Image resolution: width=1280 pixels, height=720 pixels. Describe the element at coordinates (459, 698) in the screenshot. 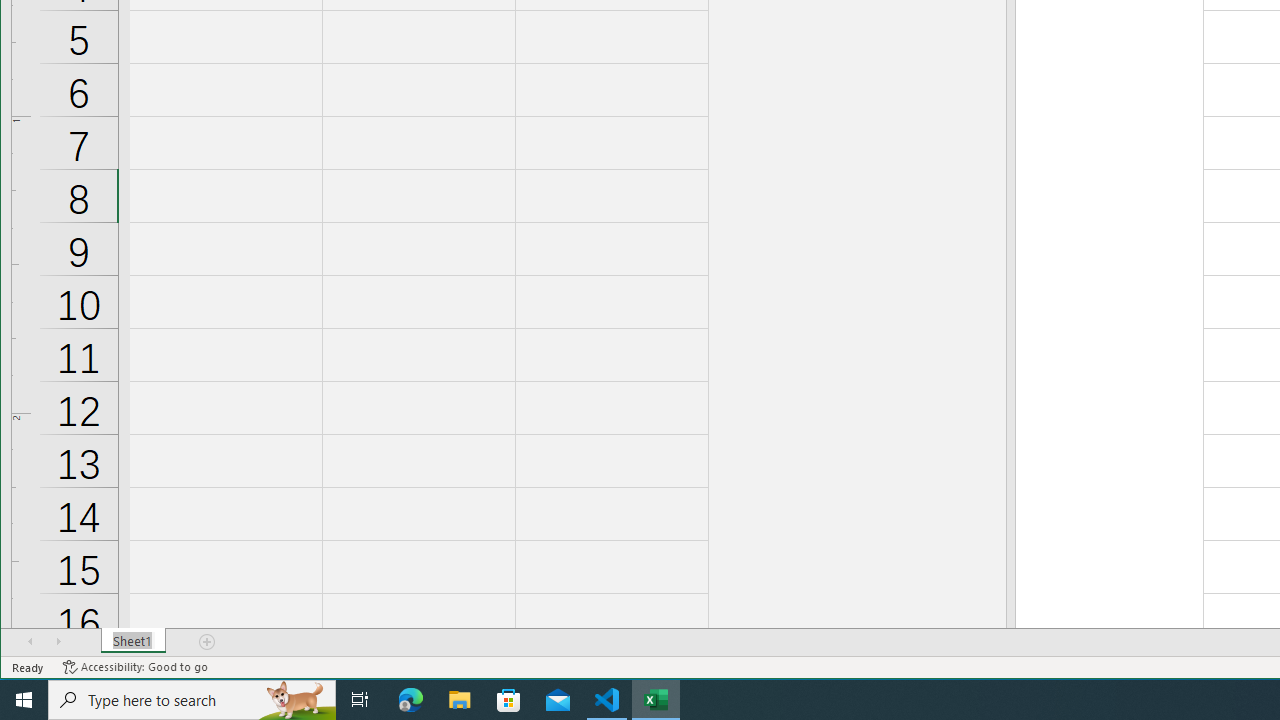

I see `'File Explorer'` at that location.